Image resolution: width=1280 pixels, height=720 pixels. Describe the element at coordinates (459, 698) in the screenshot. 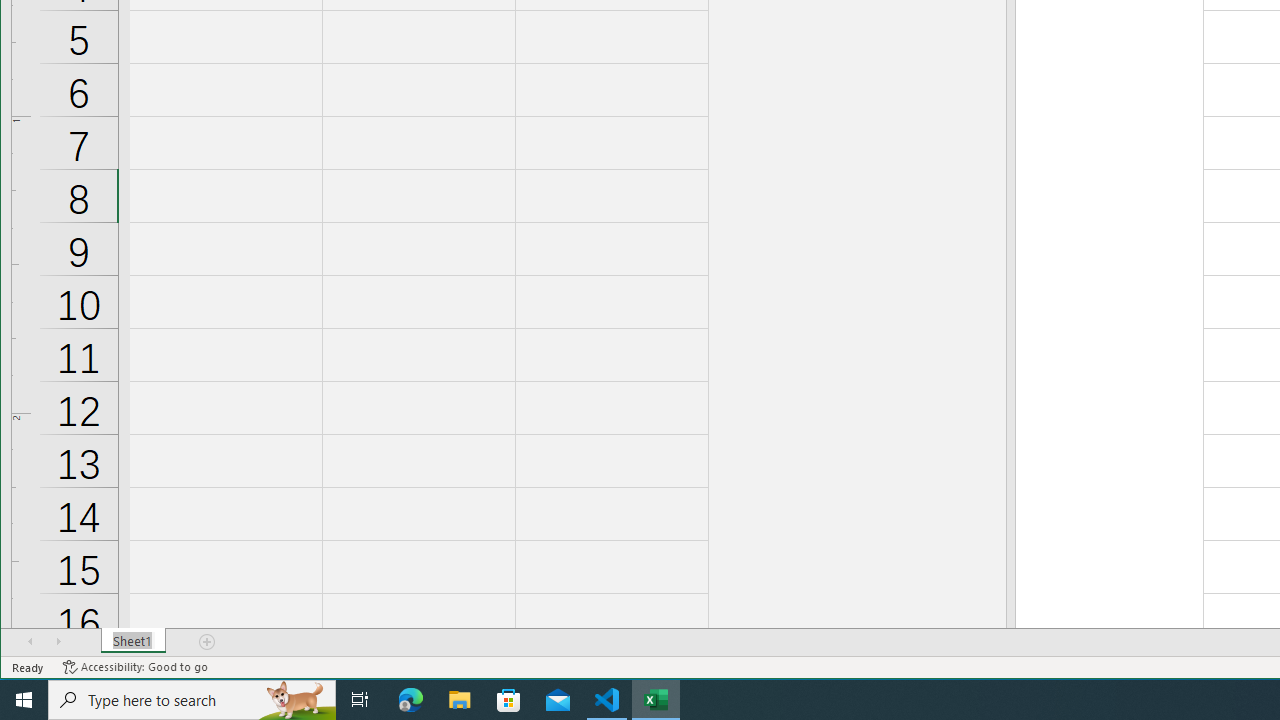

I see `'File Explorer'` at that location.